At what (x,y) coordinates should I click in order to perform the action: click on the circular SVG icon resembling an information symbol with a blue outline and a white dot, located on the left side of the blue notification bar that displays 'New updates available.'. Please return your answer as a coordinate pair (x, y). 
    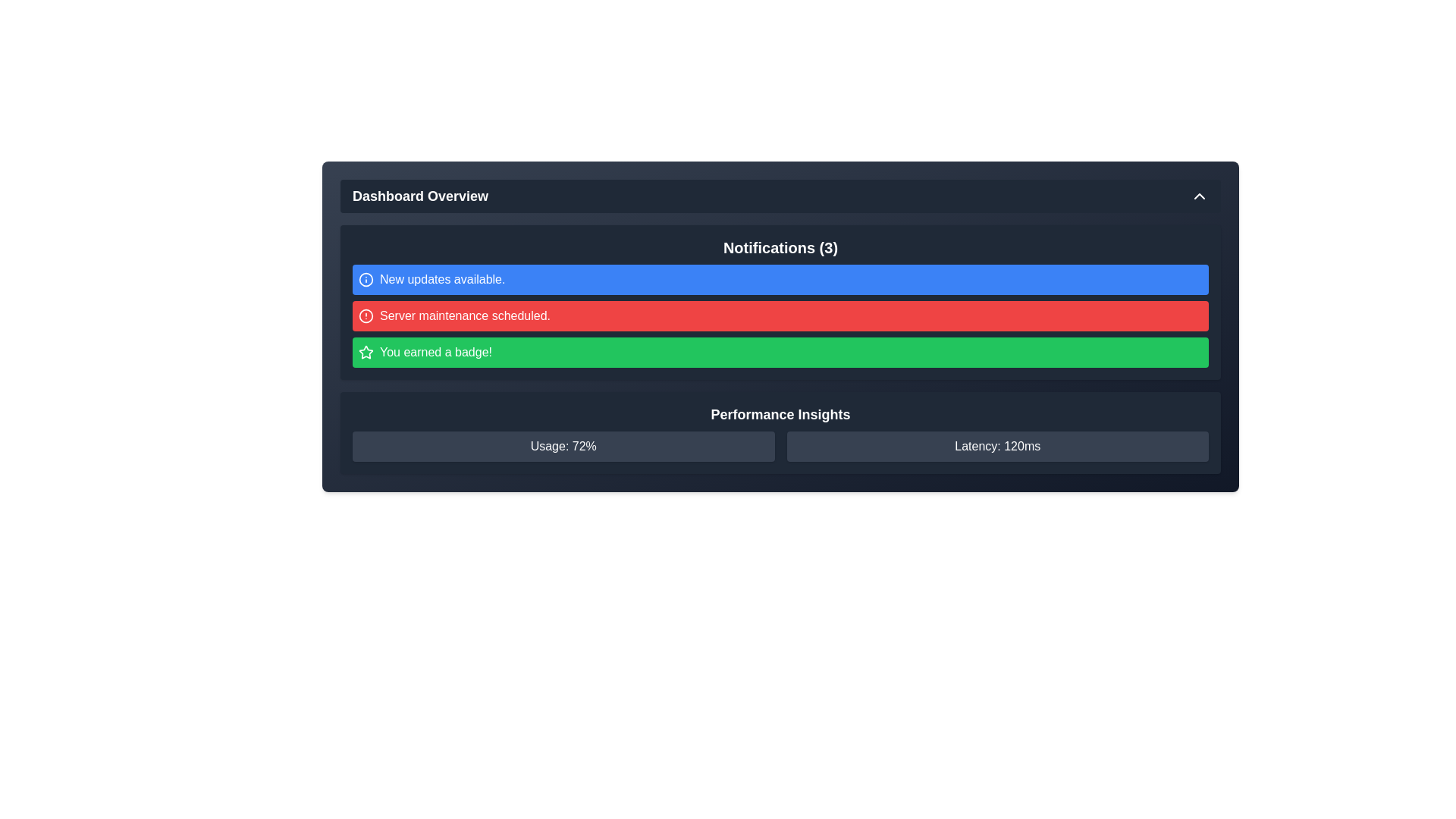
    Looking at the image, I should click on (366, 280).